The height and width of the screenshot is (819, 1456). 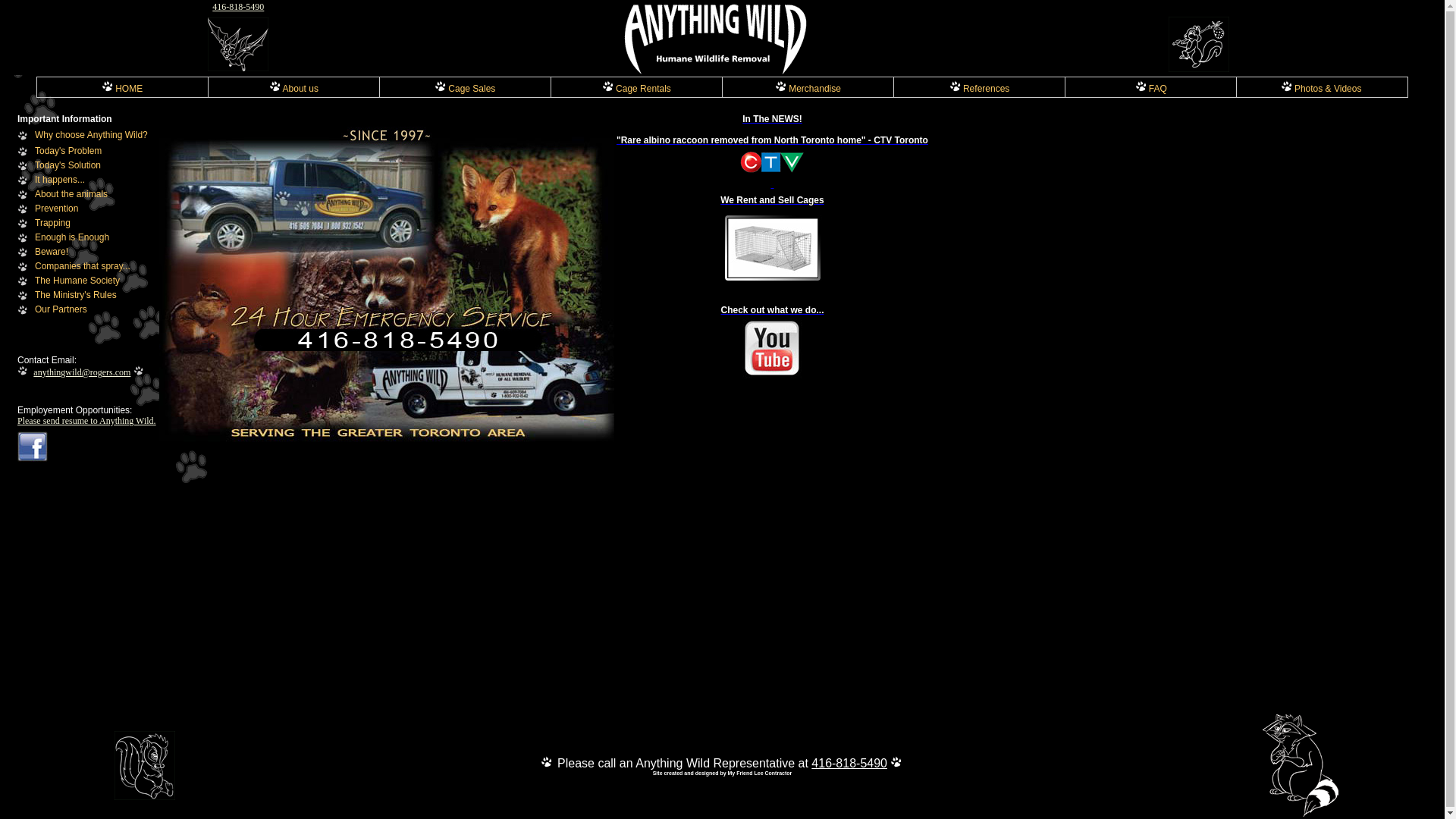 What do you see at coordinates (51, 250) in the screenshot?
I see `'Beware!'` at bounding box center [51, 250].